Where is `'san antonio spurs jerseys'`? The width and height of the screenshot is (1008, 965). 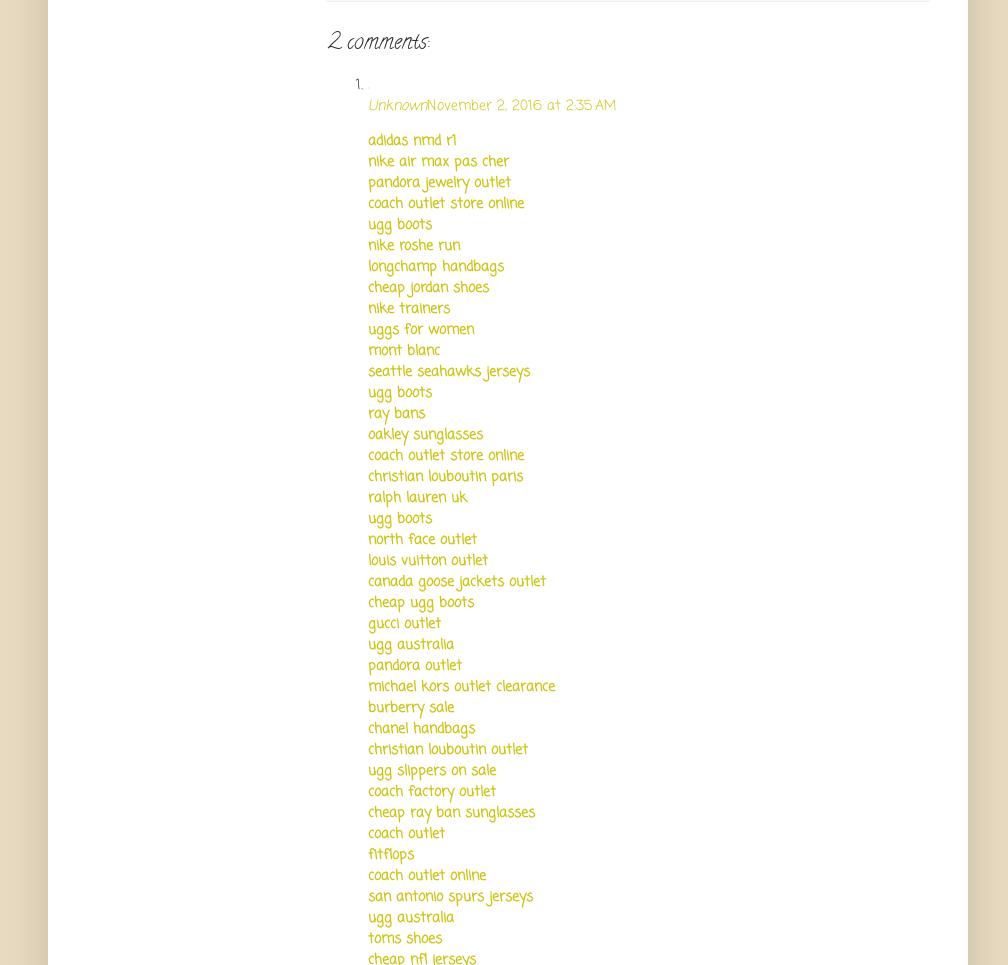
'san antonio spurs jerseys' is located at coordinates (450, 895).